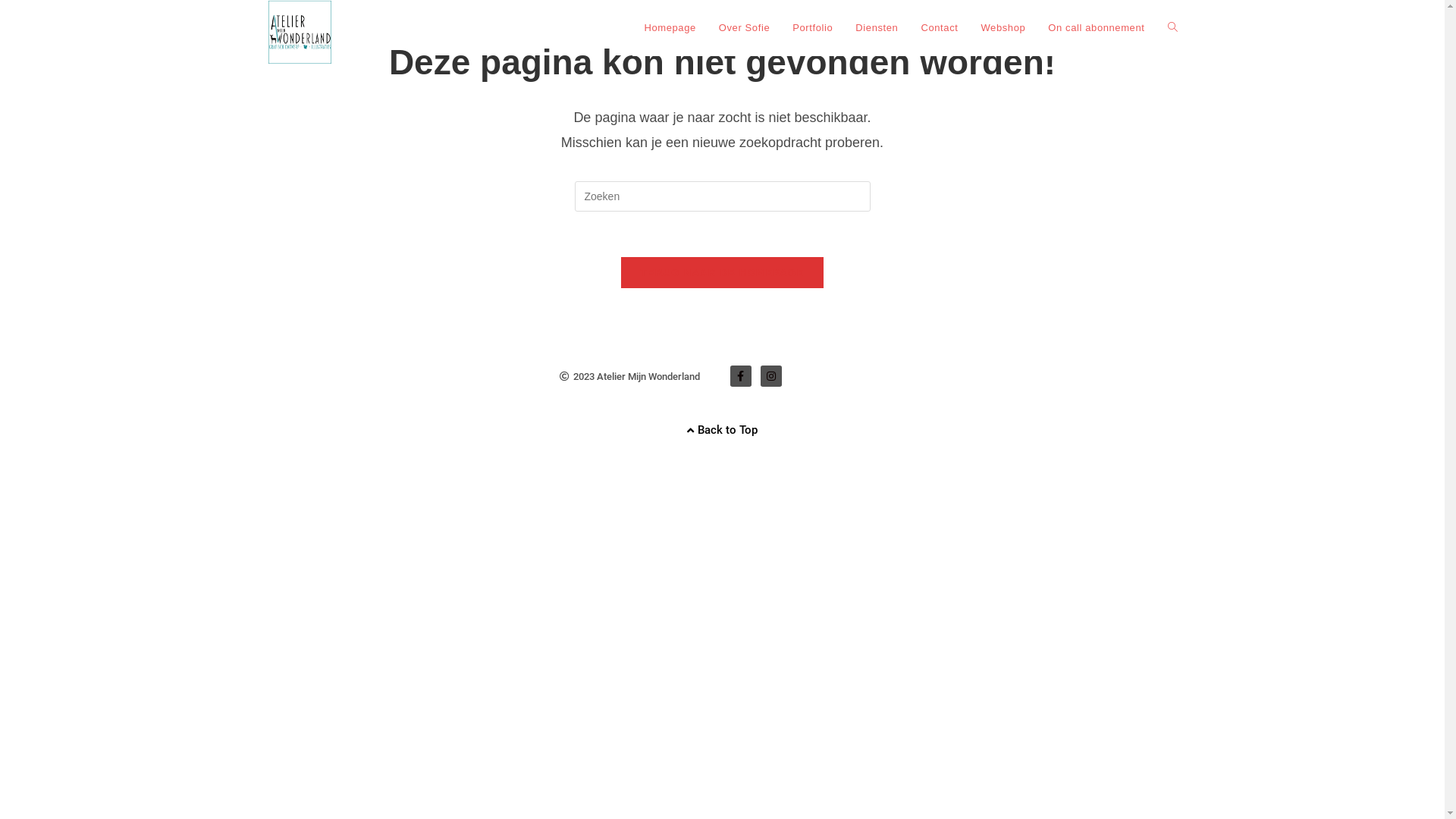 The image size is (1456, 819). What do you see at coordinates (669, 28) in the screenshot?
I see `'Homepage'` at bounding box center [669, 28].